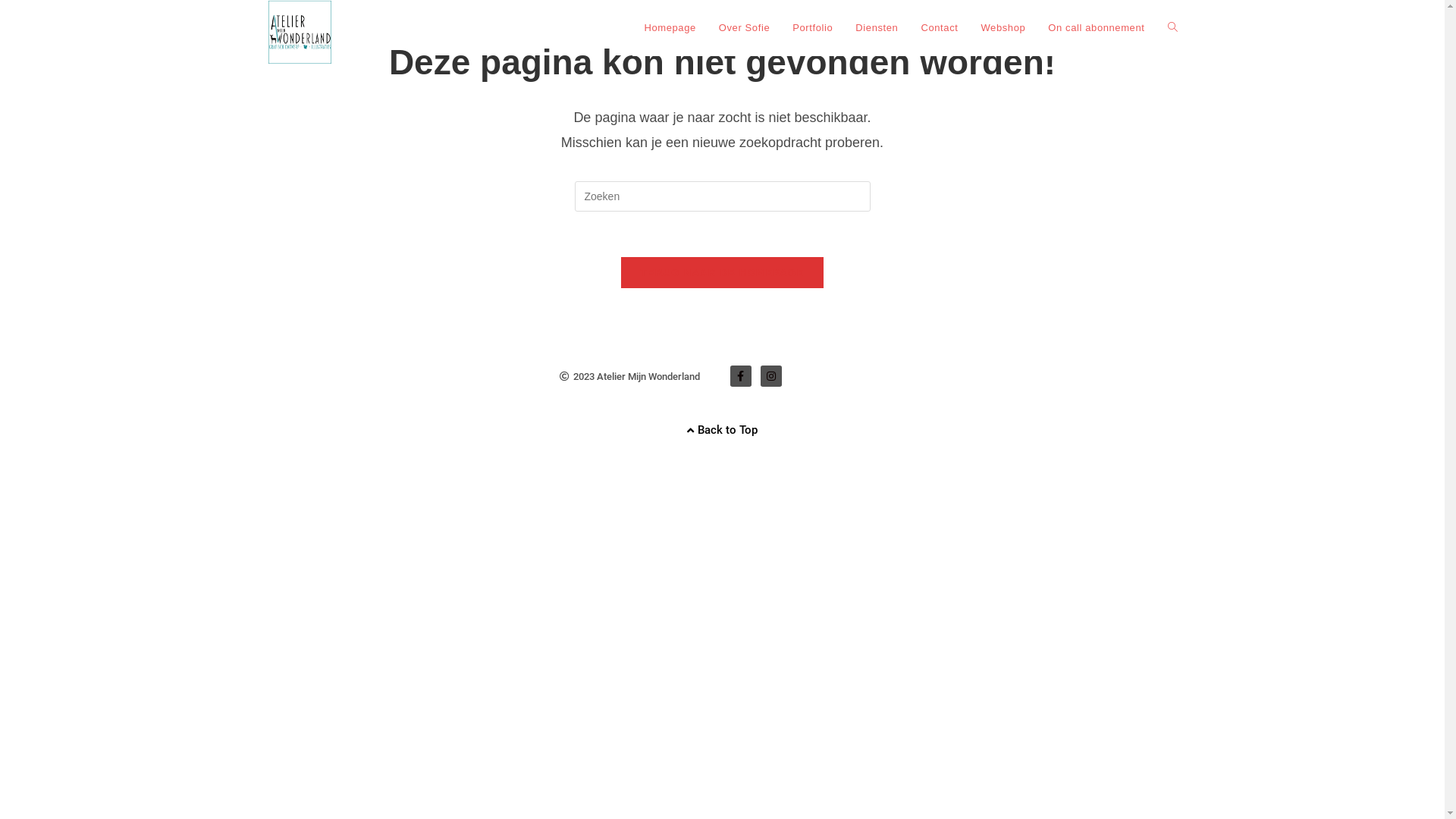 The image size is (1456, 819). What do you see at coordinates (669, 28) in the screenshot?
I see `'Homepage'` at bounding box center [669, 28].